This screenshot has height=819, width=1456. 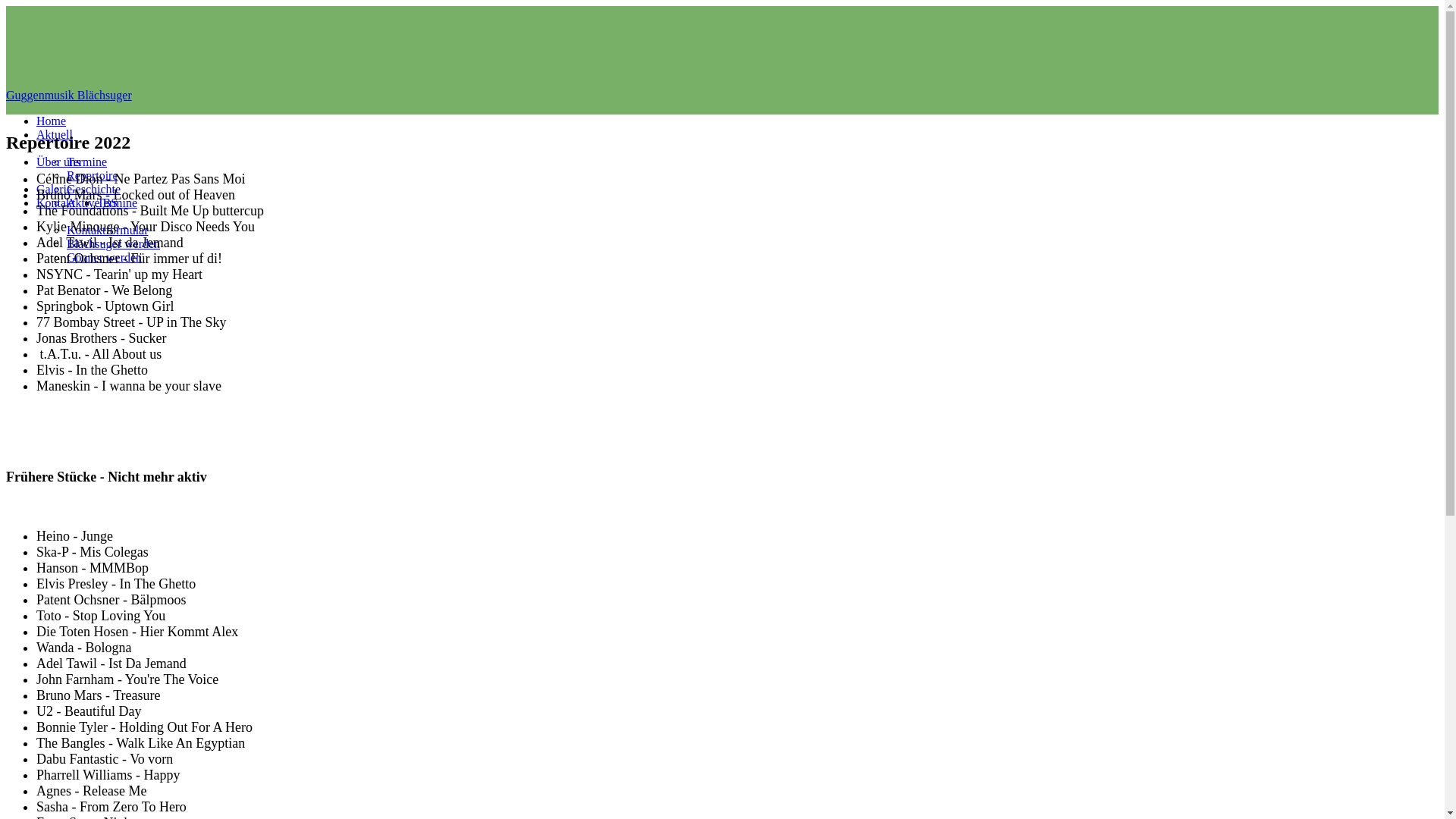 What do you see at coordinates (36, 133) in the screenshot?
I see `'Aktuell'` at bounding box center [36, 133].